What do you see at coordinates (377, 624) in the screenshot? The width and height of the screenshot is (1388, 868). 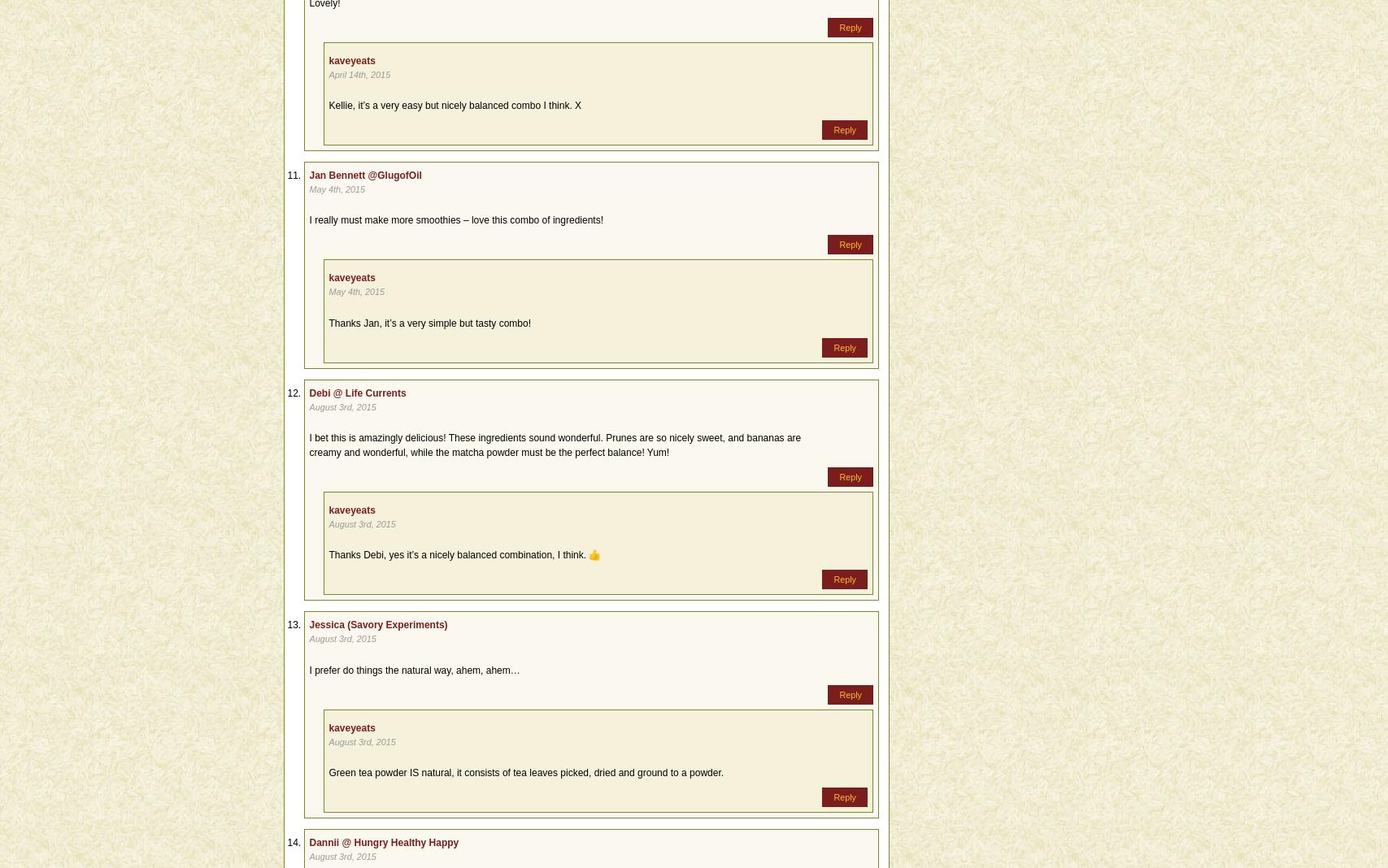 I see `'Jessica (Savory Experiments)'` at bounding box center [377, 624].